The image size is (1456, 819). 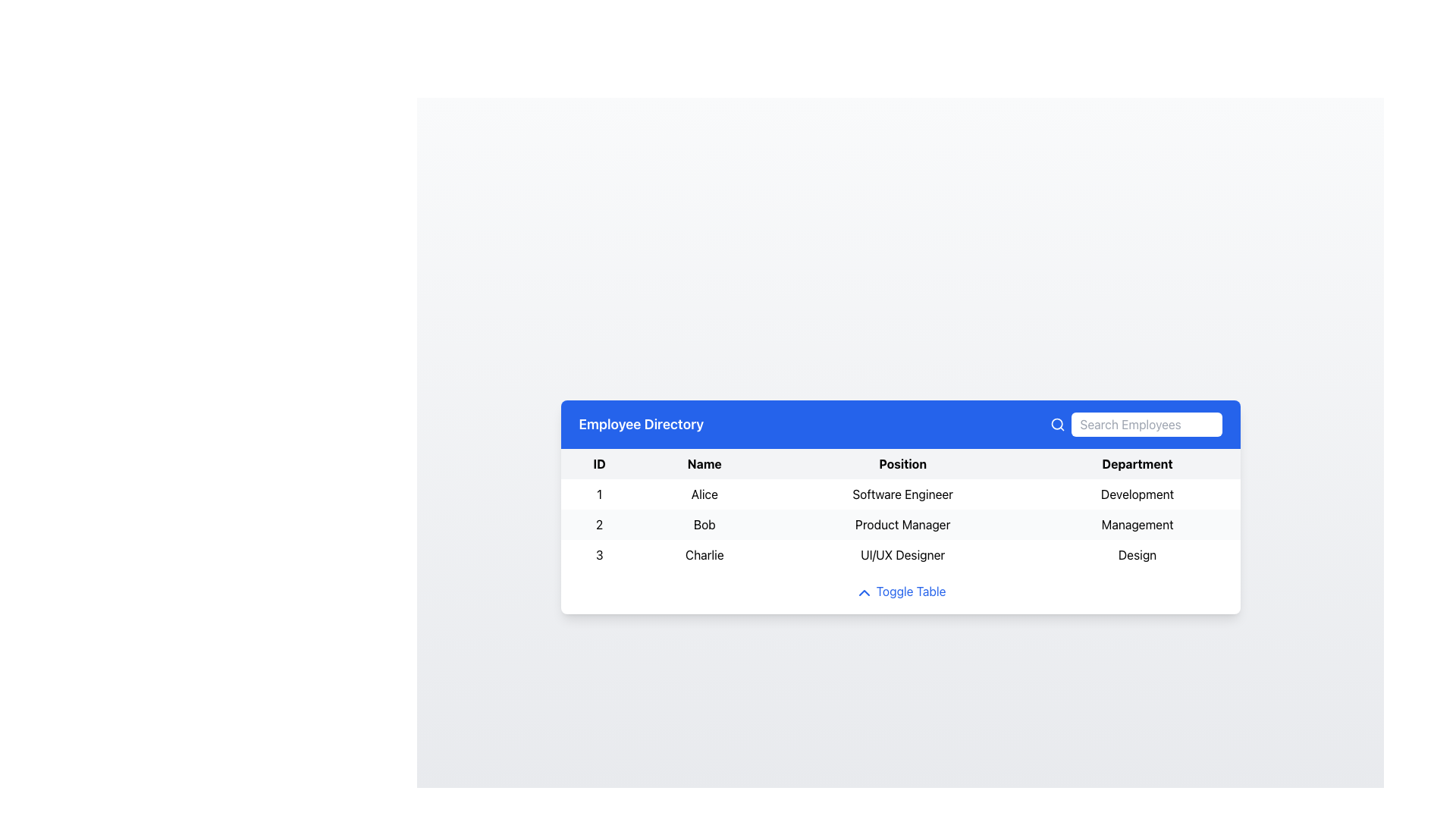 What do you see at coordinates (1056, 425) in the screenshot?
I see `the search icon located on the rightmost side of the blue header bar` at bounding box center [1056, 425].